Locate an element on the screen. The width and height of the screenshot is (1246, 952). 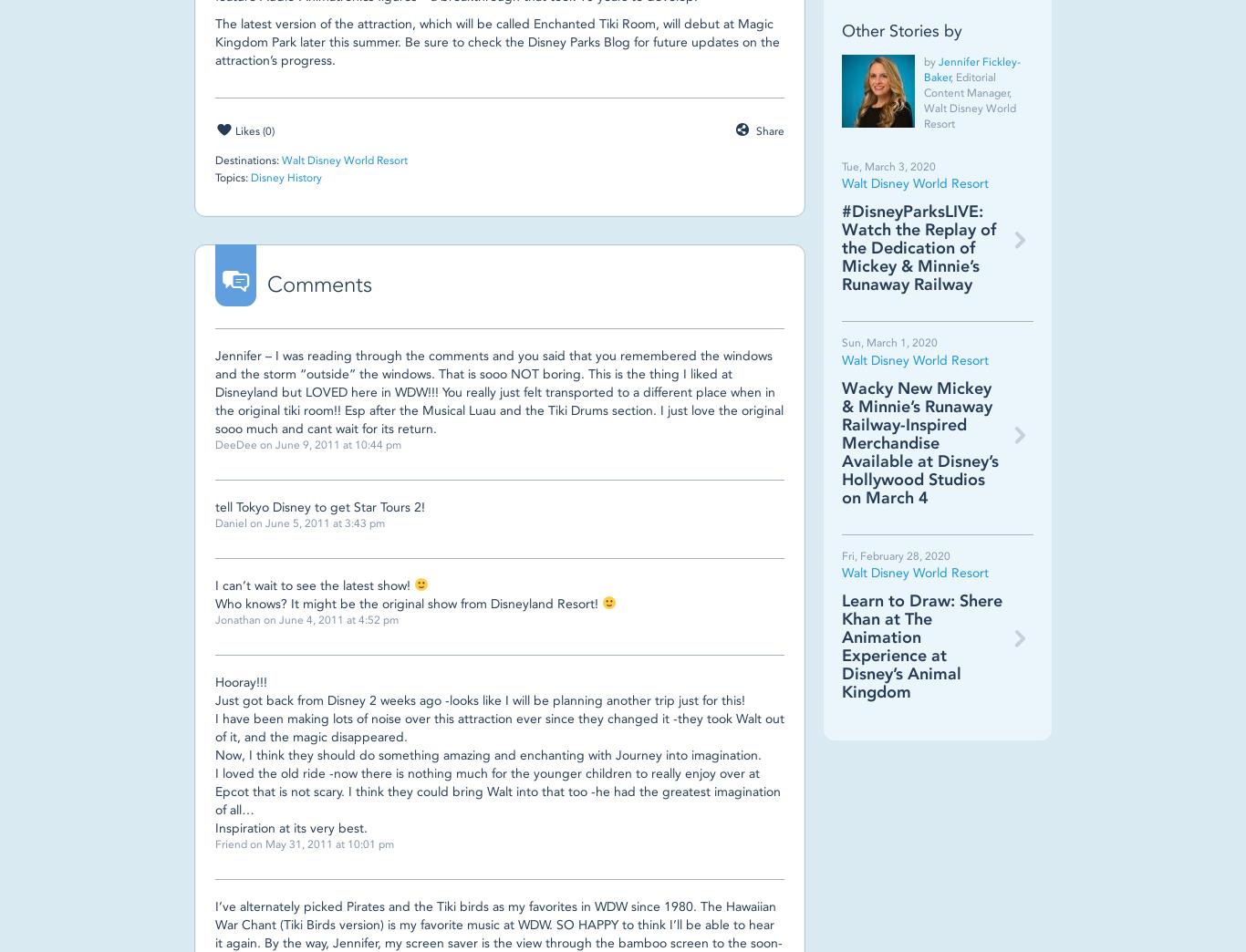
'DeeDee' is located at coordinates (235, 444).